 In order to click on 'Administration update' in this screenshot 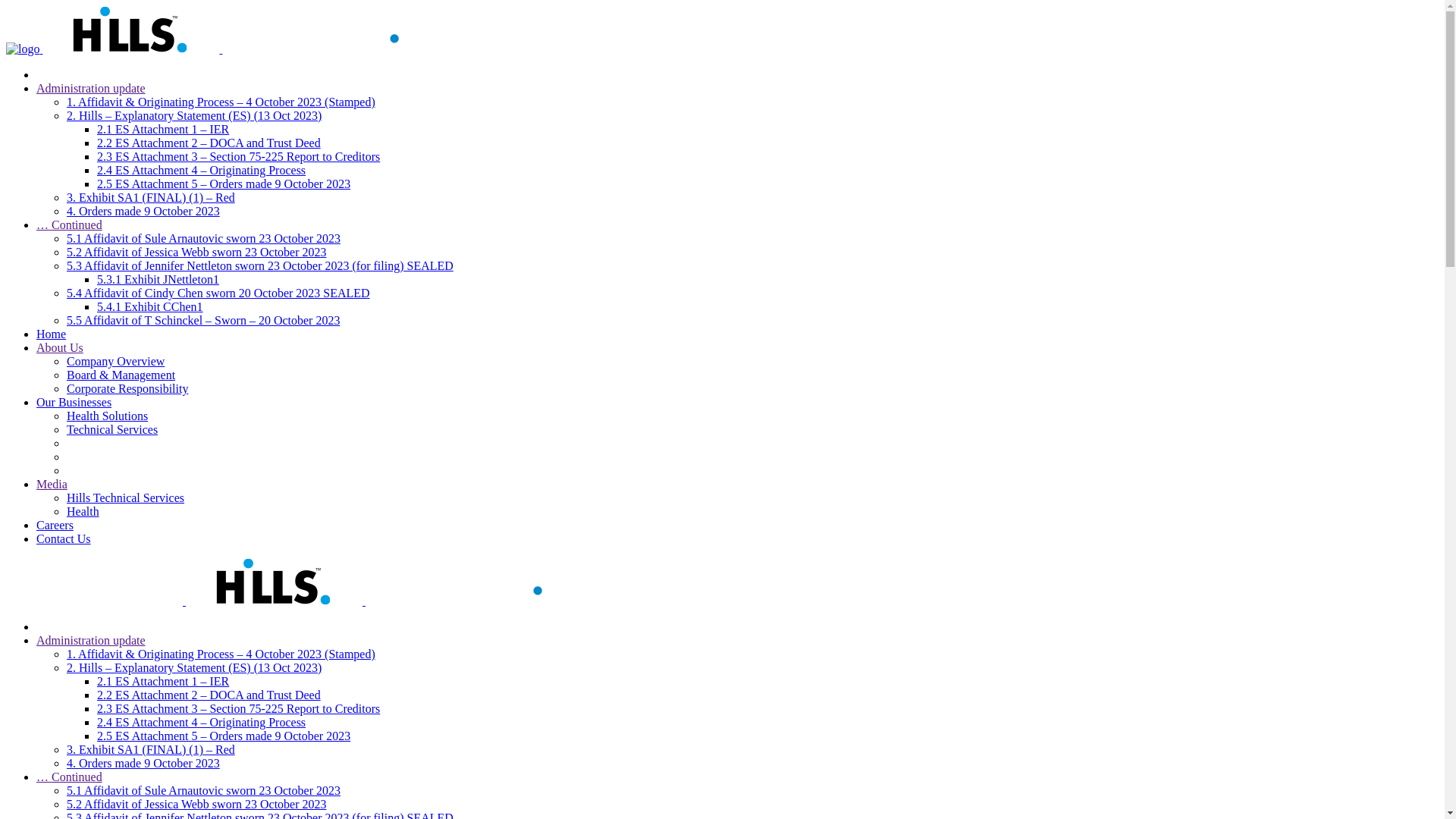, I will do `click(90, 88)`.